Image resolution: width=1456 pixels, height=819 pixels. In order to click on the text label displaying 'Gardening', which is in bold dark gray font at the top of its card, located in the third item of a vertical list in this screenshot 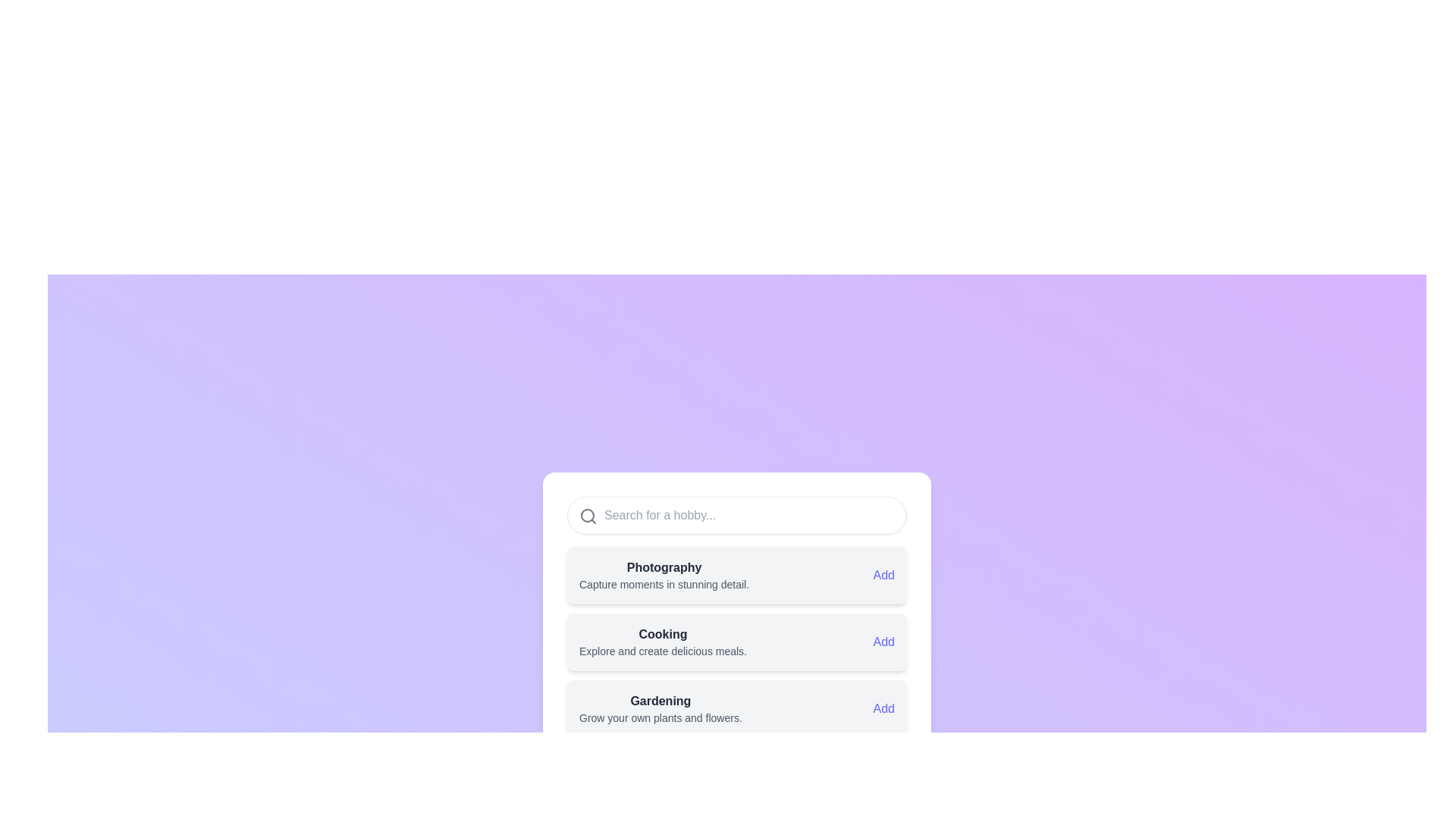, I will do `click(661, 701)`.